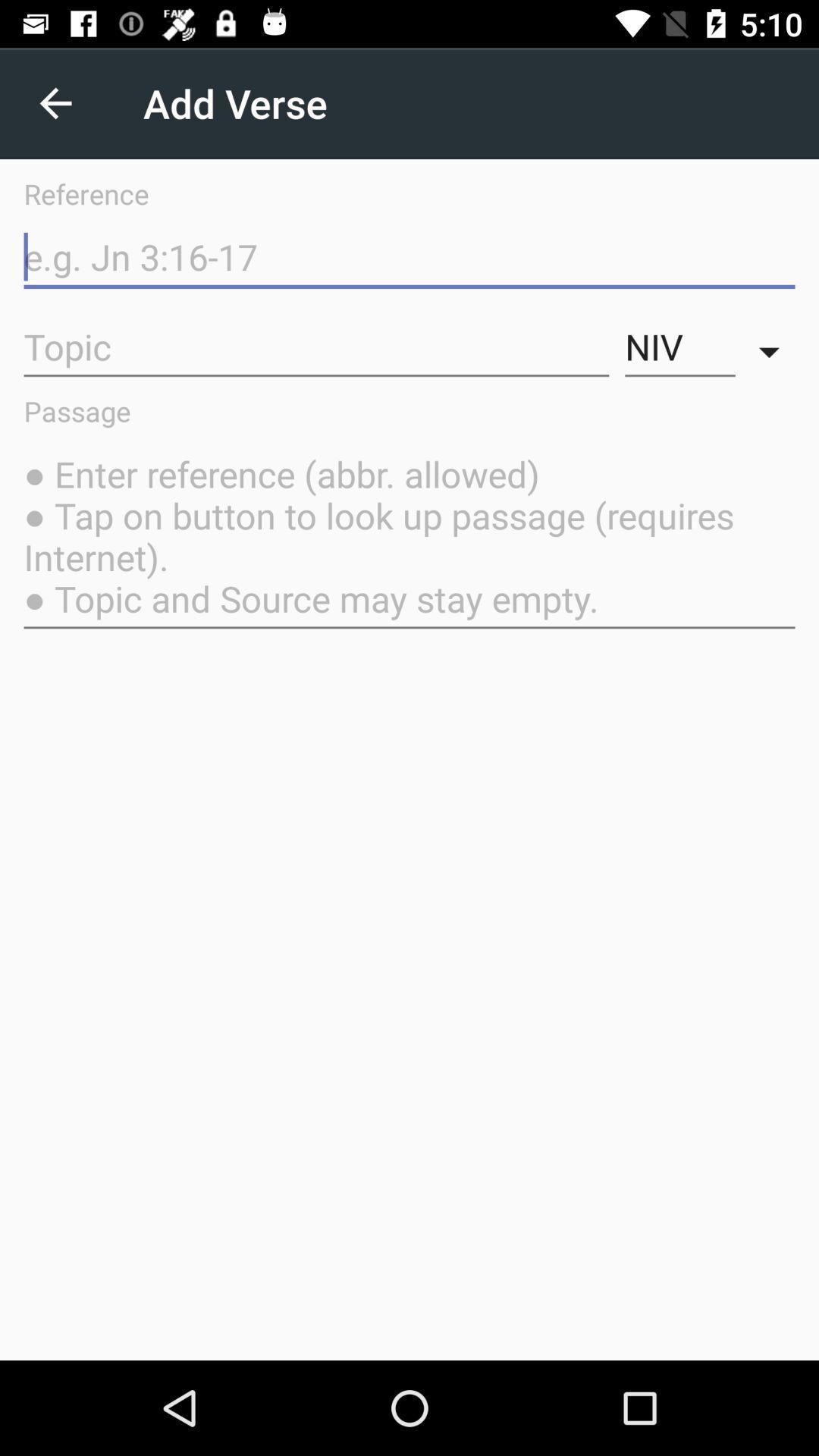 This screenshot has width=819, height=1456. Describe the element at coordinates (679, 347) in the screenshot. I see `the niv item` at that location.